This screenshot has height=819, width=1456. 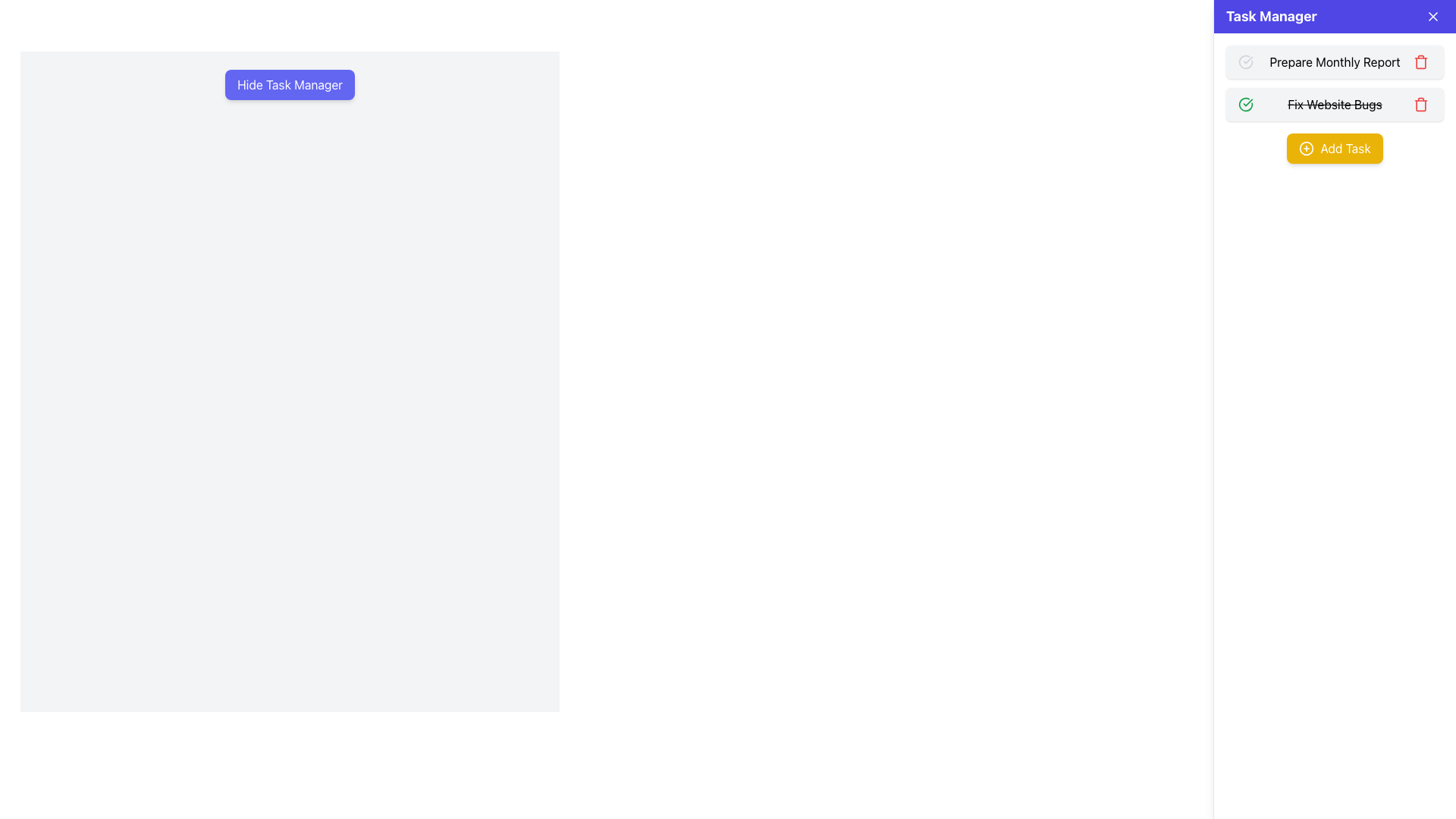 What do you see at coordinates (1335, 61) in the screenshot?
I see `the Static Text Label displaying 'Prepare Monthly Report', which is the first item in the task list under 'Task Manager' on the right-hand side of the interface` at bounding box center [1335, 61].